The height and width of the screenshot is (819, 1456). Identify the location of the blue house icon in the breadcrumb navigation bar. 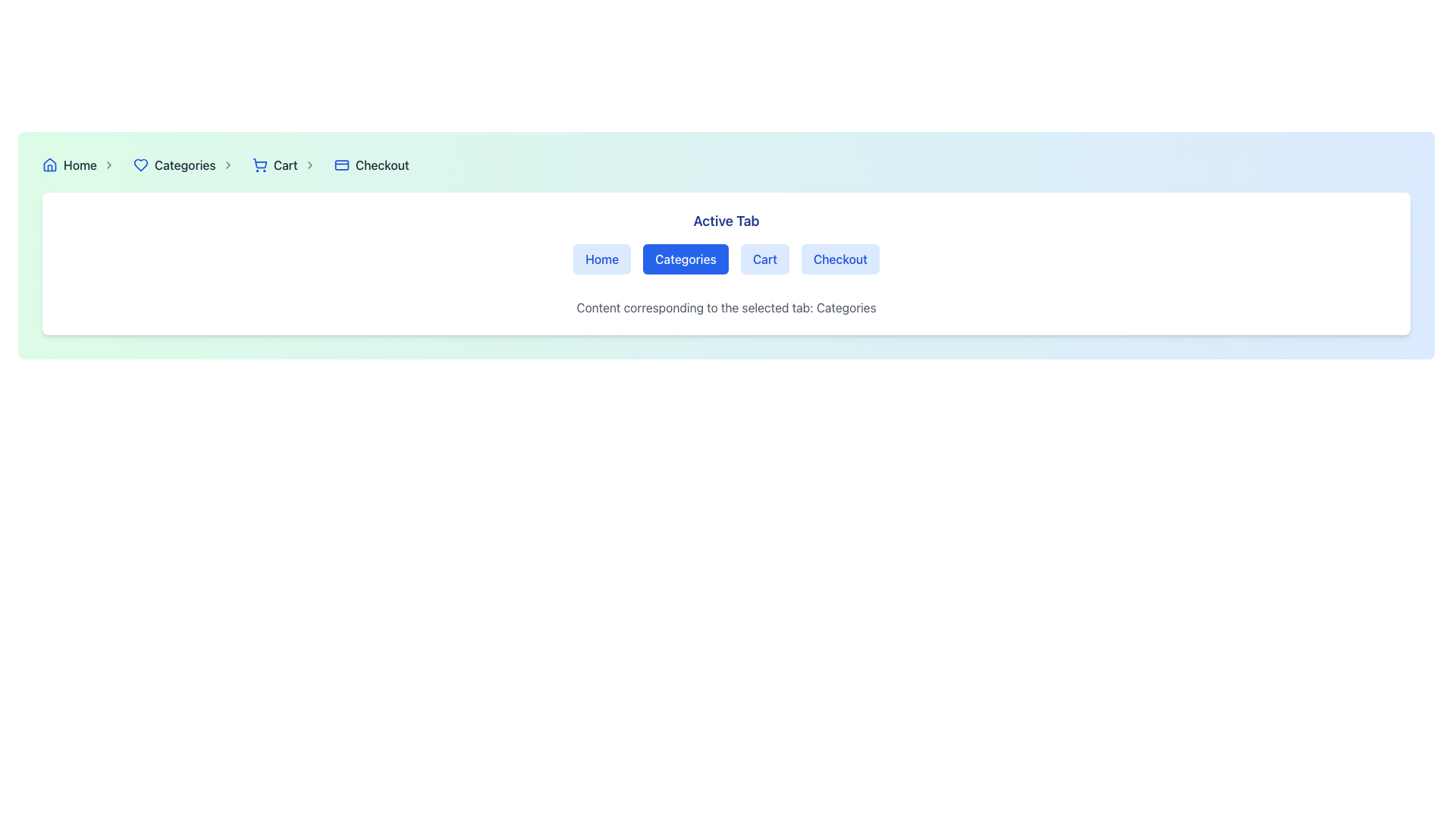
(50, 165).